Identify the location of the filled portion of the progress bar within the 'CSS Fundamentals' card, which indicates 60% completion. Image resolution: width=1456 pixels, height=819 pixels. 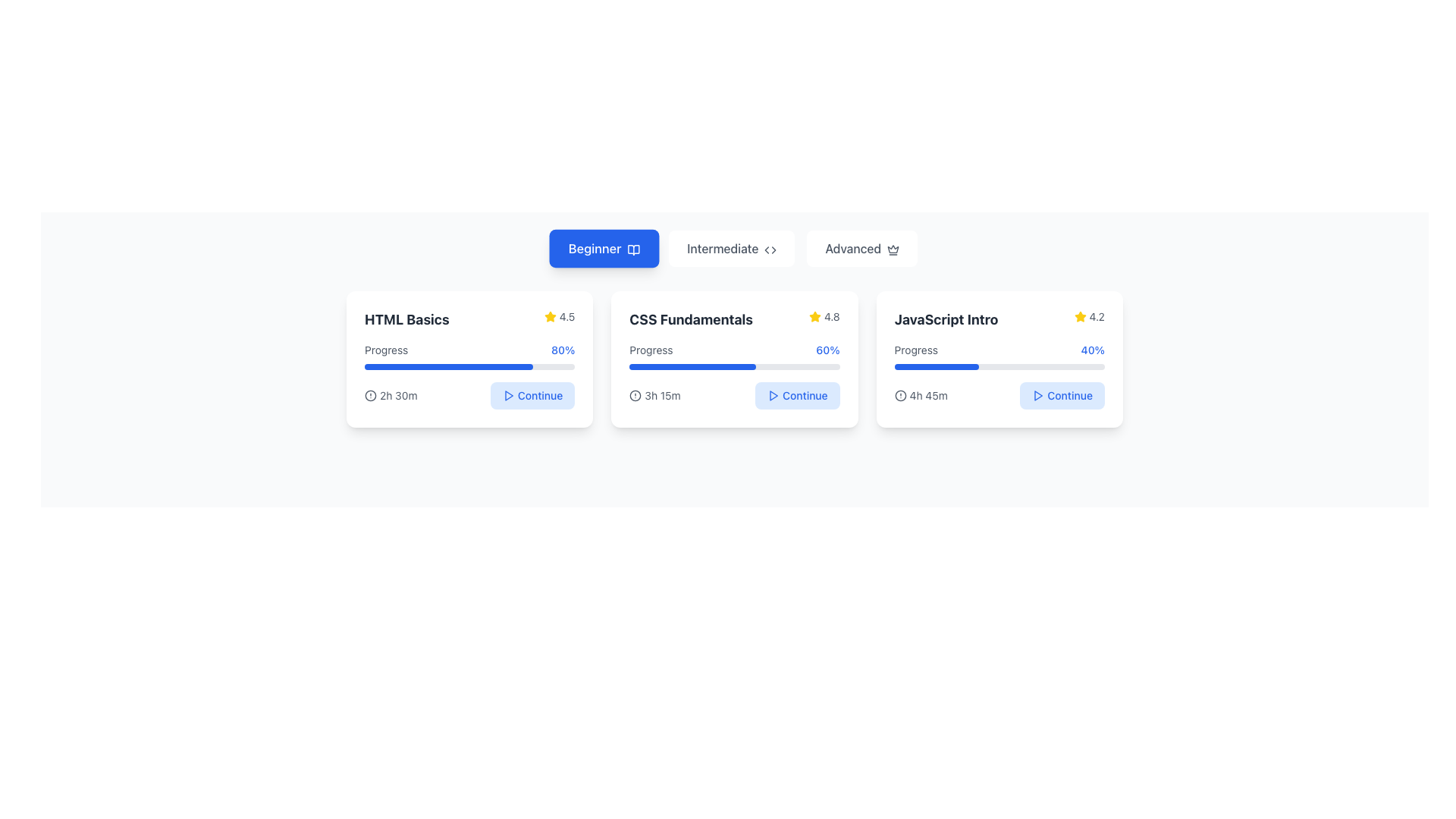
(692, 366).